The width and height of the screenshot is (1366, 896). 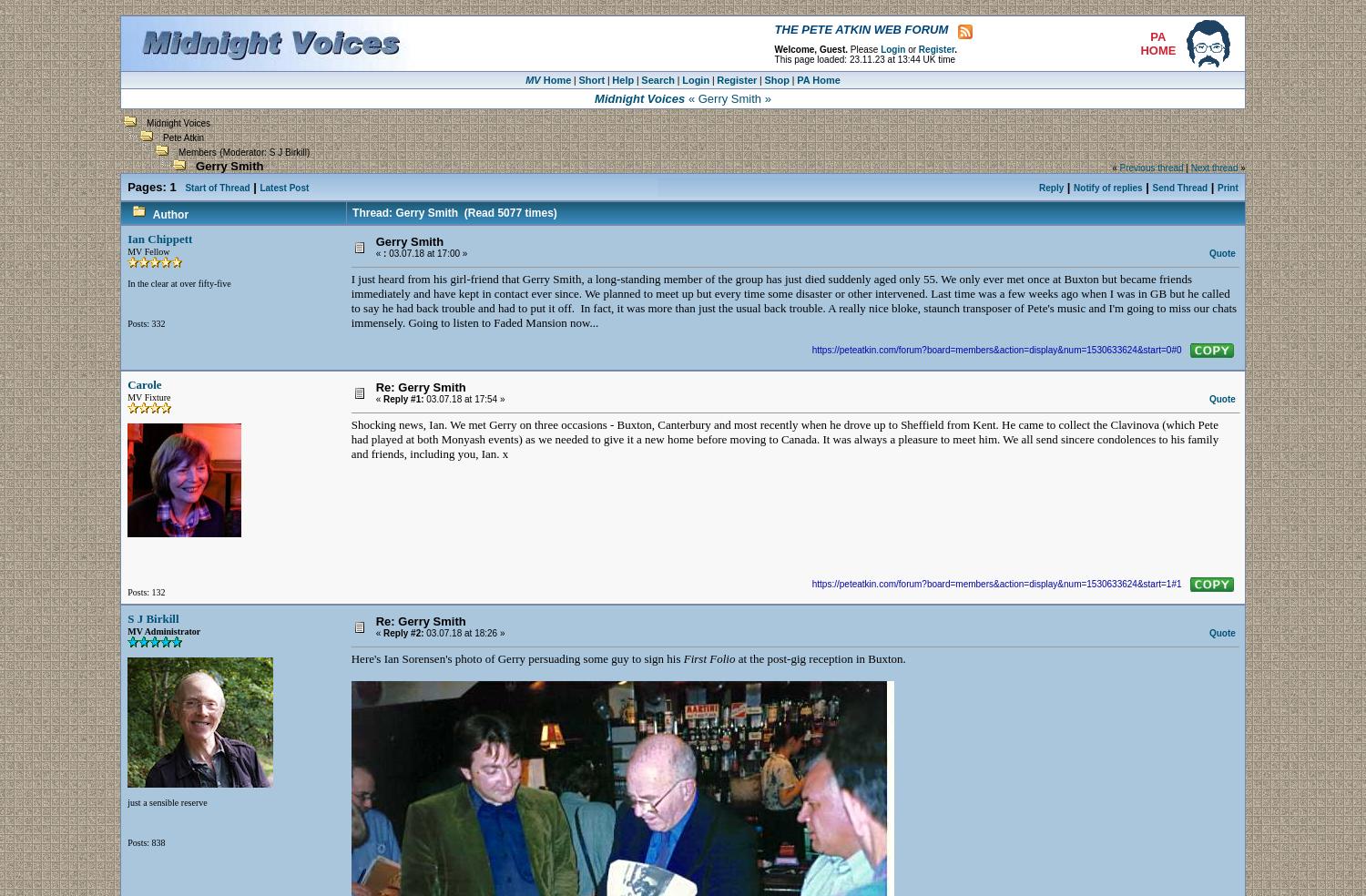 I want to click on 'Send Thread', so click(x=1179, y=188).